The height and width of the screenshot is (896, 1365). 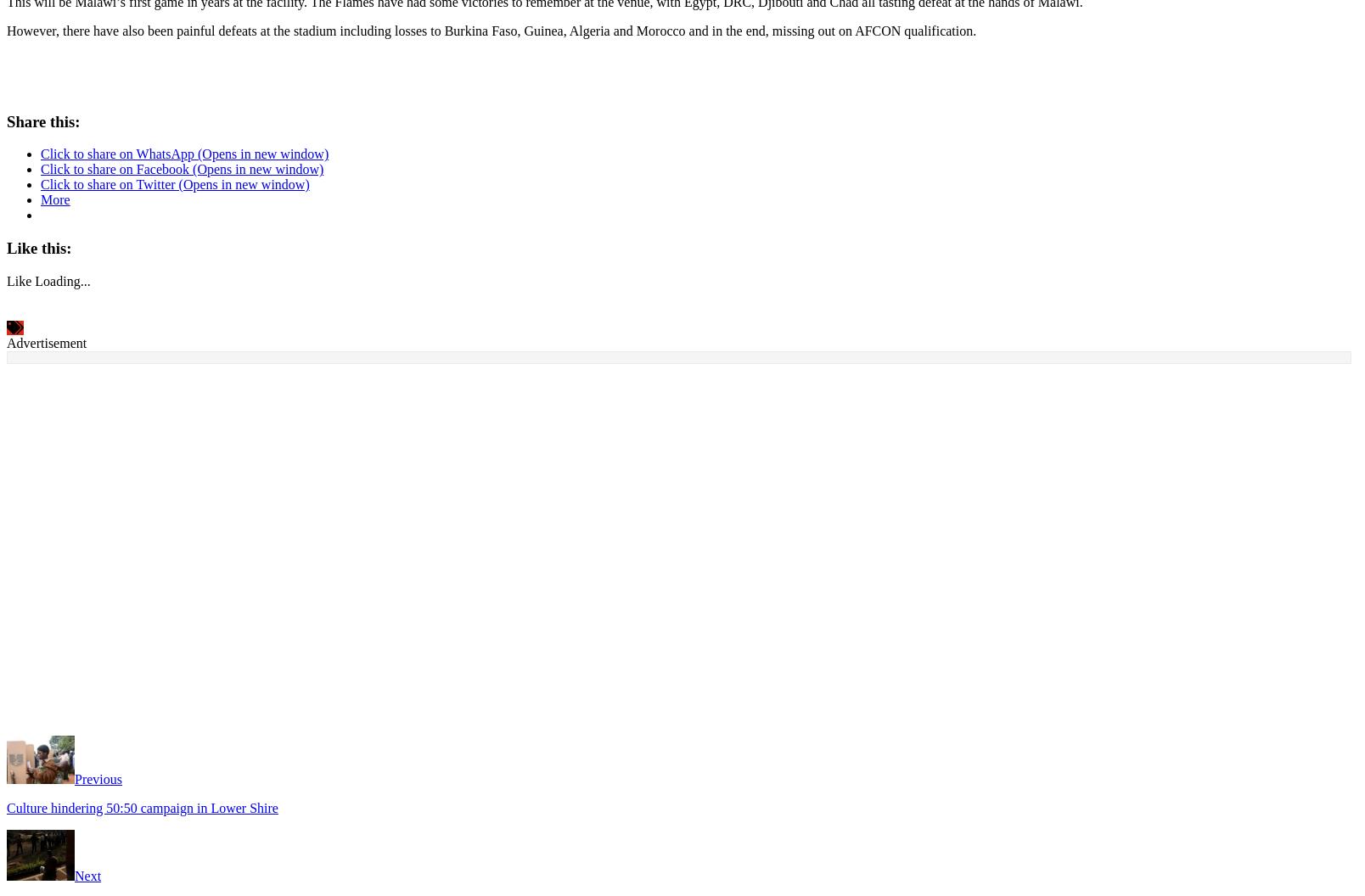 I want to click on 'Click to share on WhatsApp (Opens in new window)', so click(x=40, y=150).